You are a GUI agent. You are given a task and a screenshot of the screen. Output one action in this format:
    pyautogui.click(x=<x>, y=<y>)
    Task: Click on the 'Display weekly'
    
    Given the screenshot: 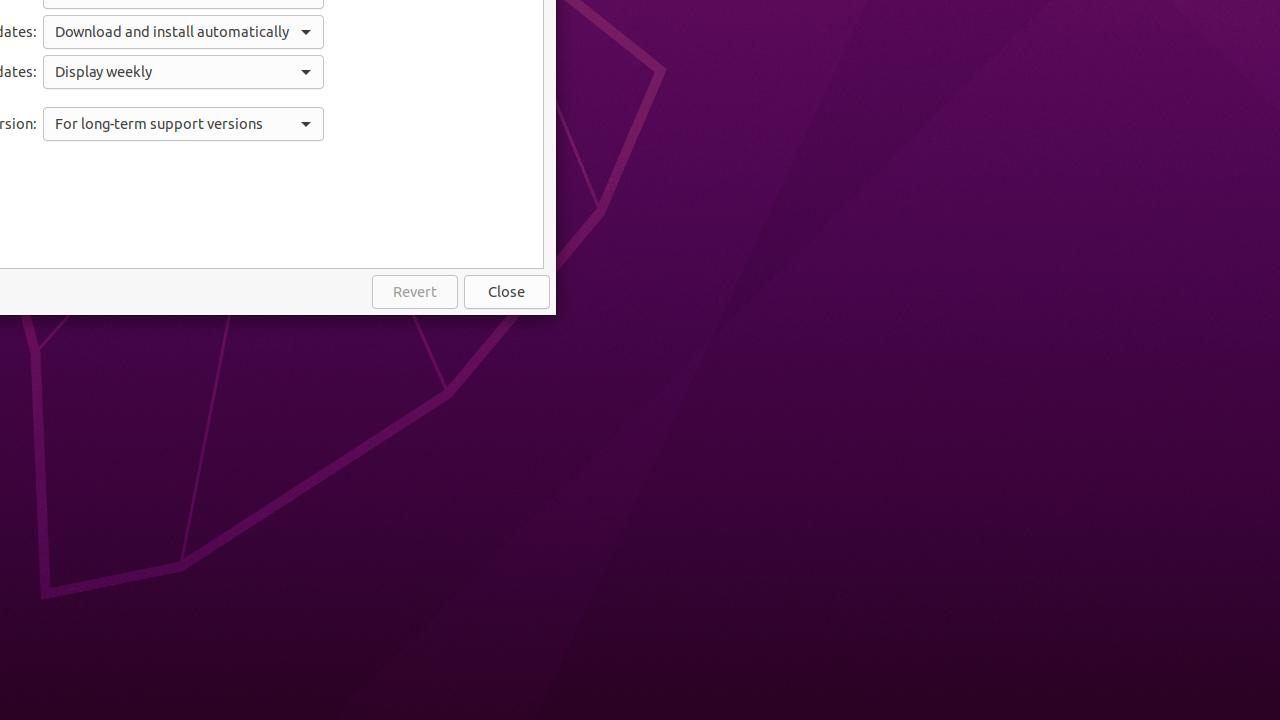 What is the action you would take?
    pyautogui.click(x=183, y=71)
    